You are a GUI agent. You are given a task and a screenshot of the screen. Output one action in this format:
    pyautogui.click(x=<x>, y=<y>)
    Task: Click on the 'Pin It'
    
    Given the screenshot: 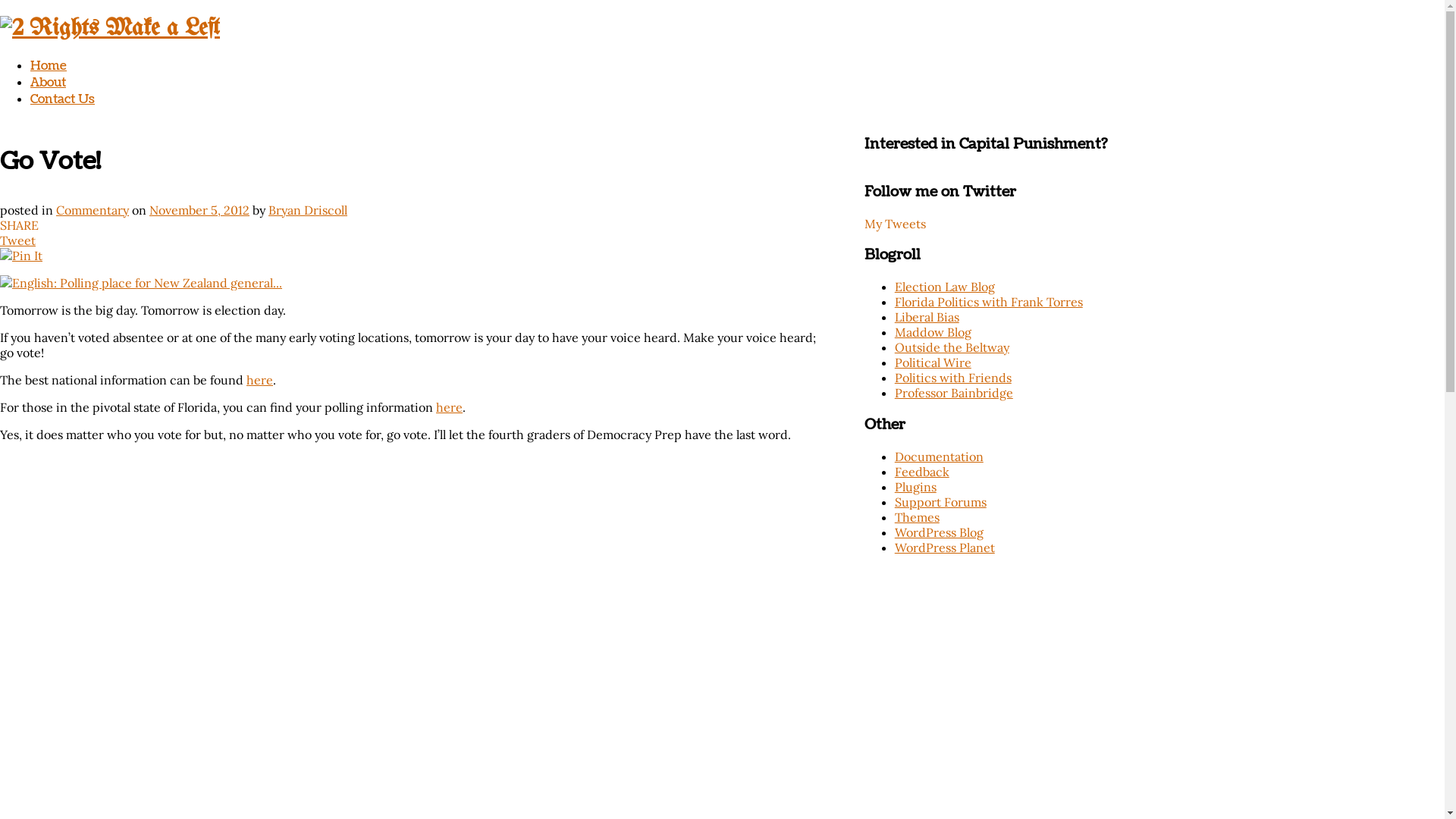 What is the action you would take?
    pyautogui.click(x=21, y=254)
    